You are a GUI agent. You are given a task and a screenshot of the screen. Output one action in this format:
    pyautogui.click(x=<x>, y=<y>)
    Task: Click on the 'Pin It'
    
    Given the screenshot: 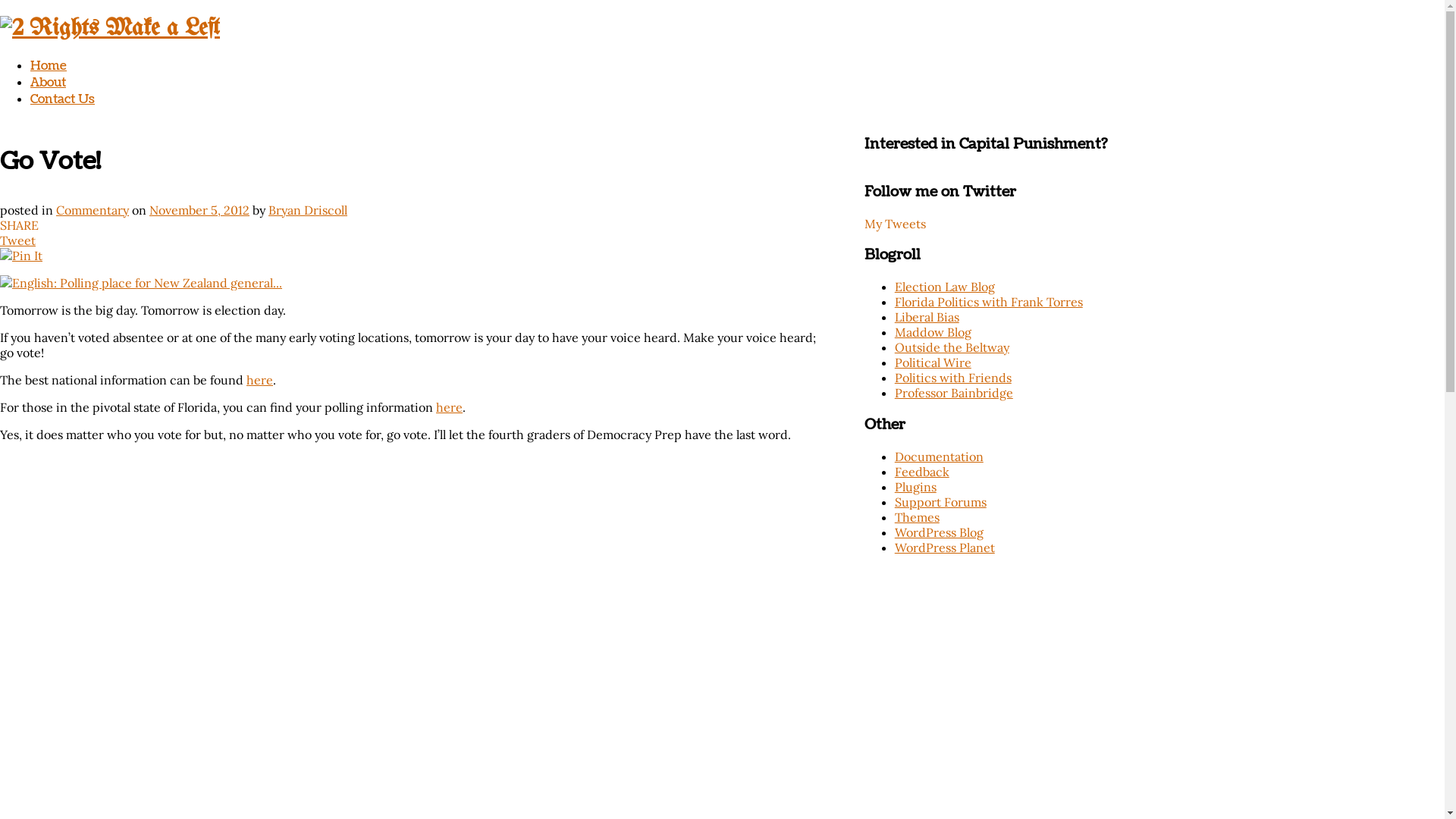 What is the action you would take?
    pyautogui.click(x=21, y=254)
    